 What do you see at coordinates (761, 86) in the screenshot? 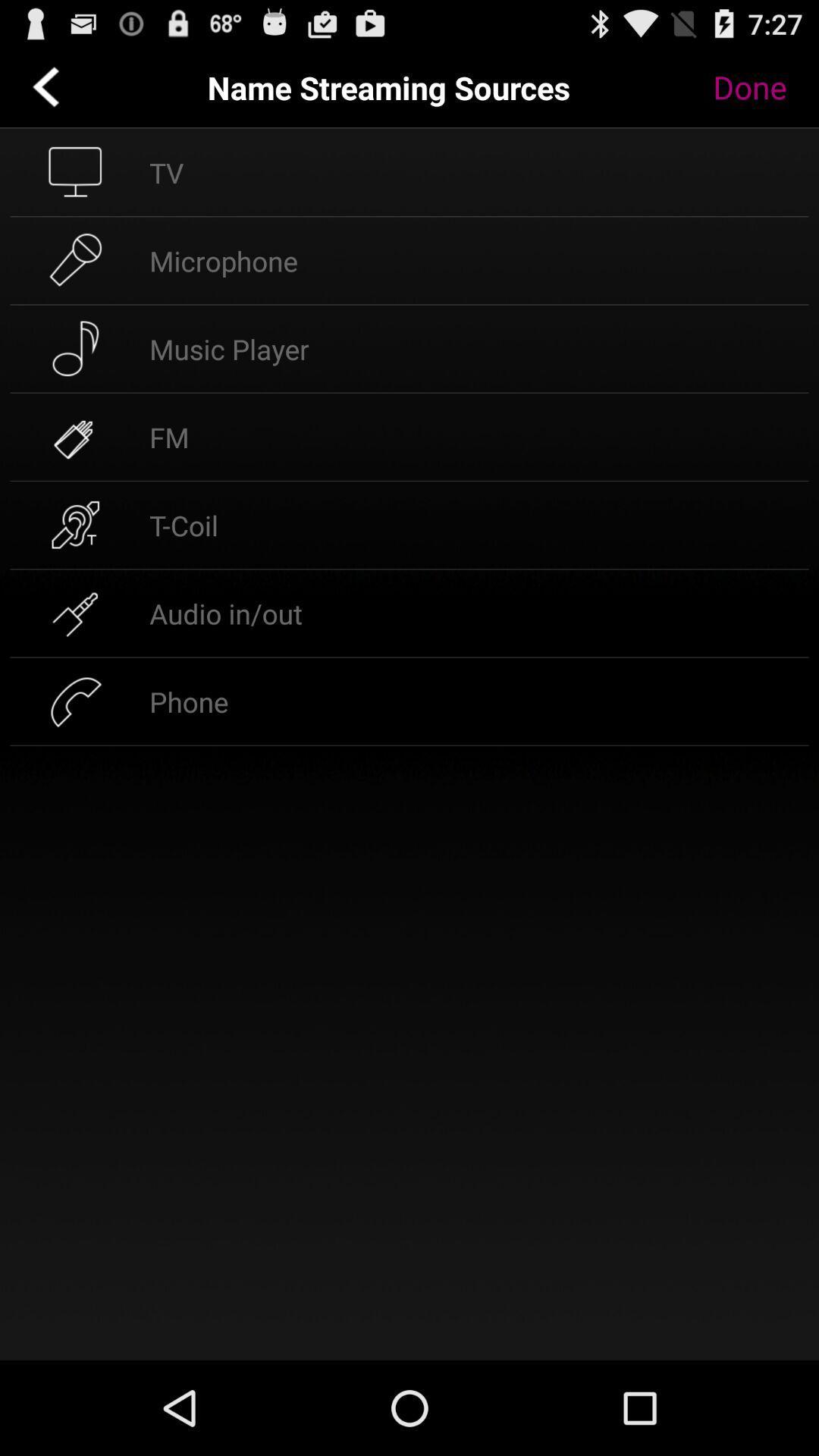
I see `the done at the top right corner` at bounding box center [761, 86].